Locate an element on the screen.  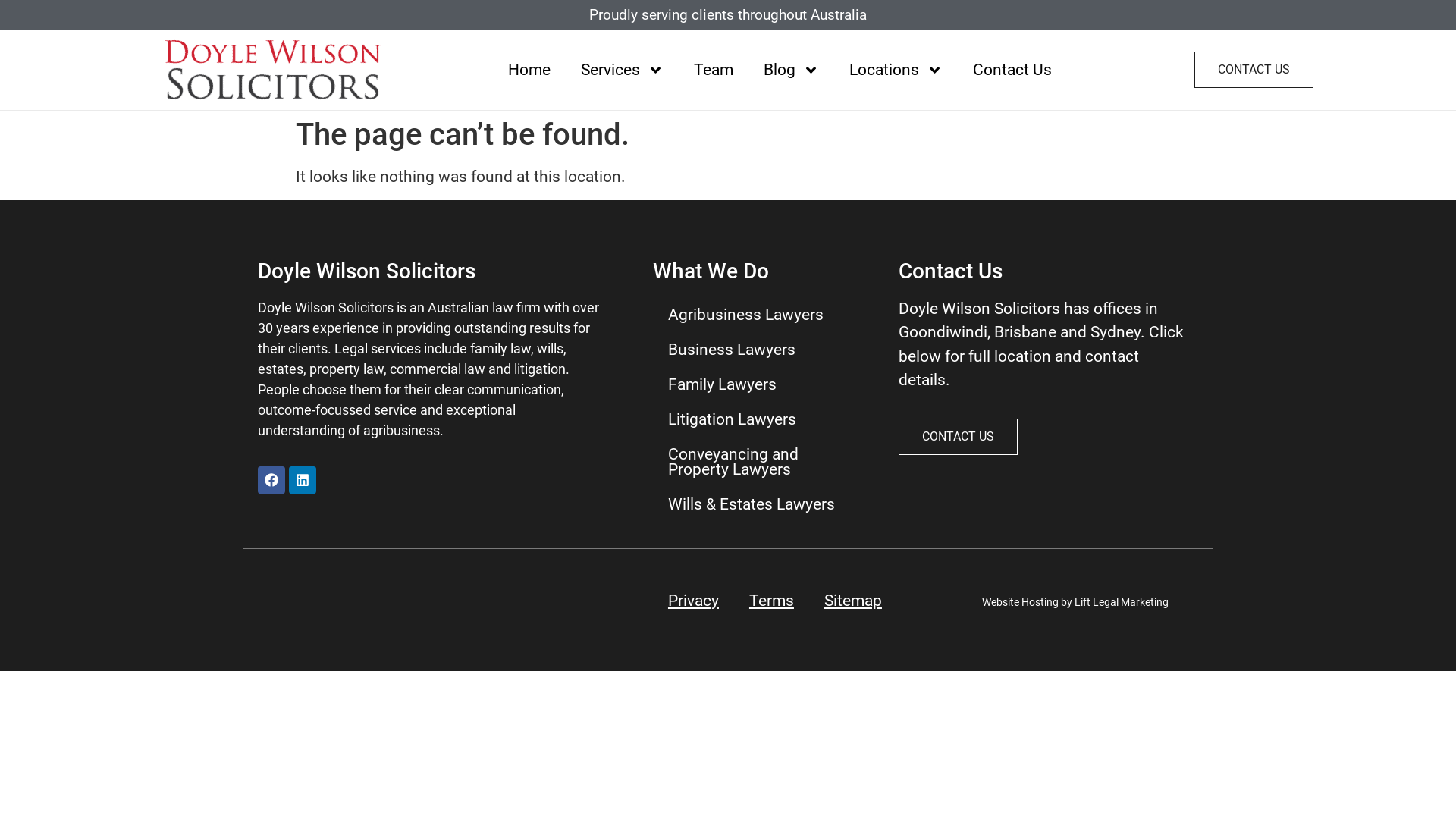
'Locations' is located at coordinates (896, 69).